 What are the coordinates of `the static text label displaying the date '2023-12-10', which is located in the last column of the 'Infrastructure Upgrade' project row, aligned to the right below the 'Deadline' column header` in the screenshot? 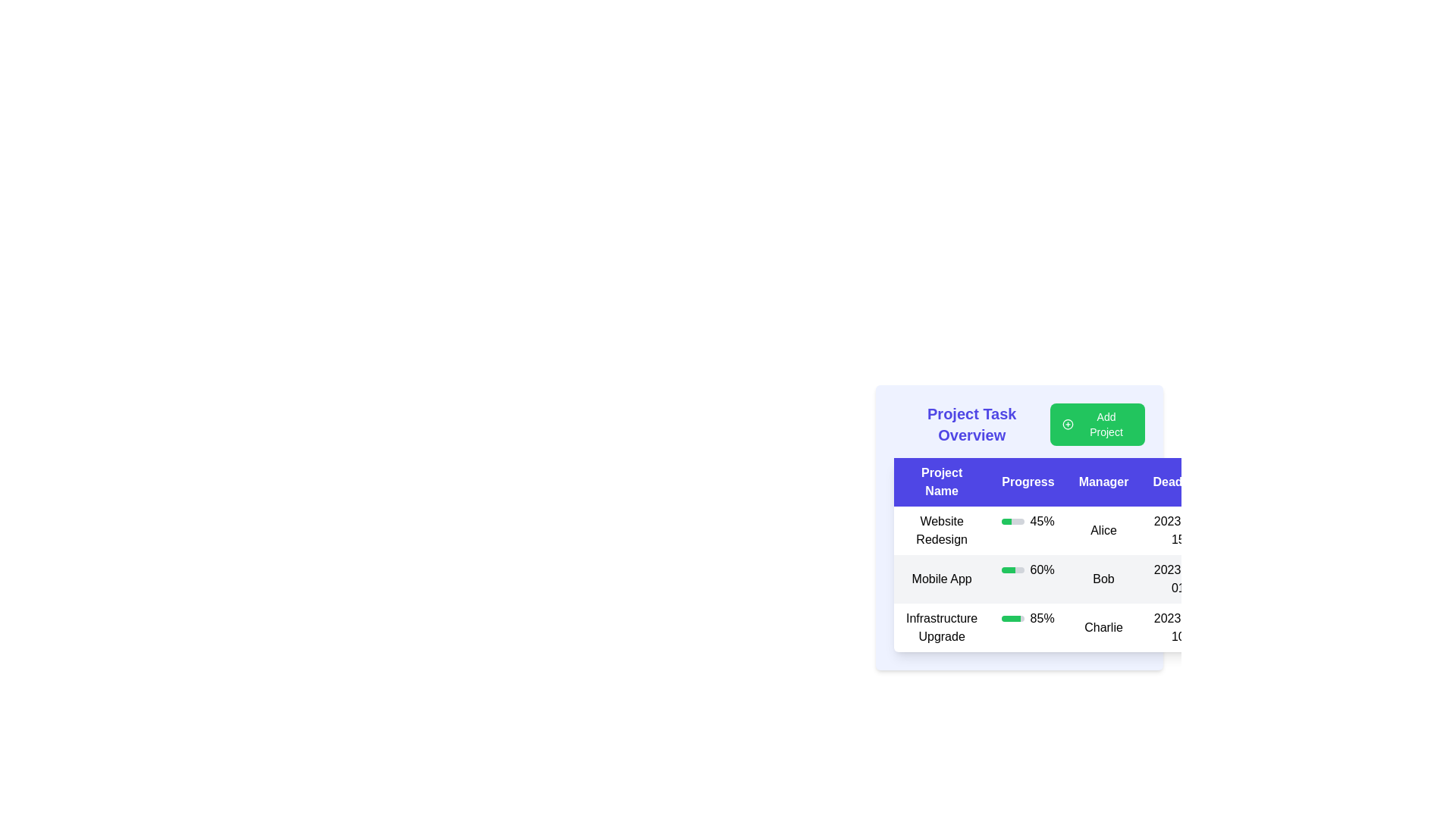 It's located at (1177, 628).